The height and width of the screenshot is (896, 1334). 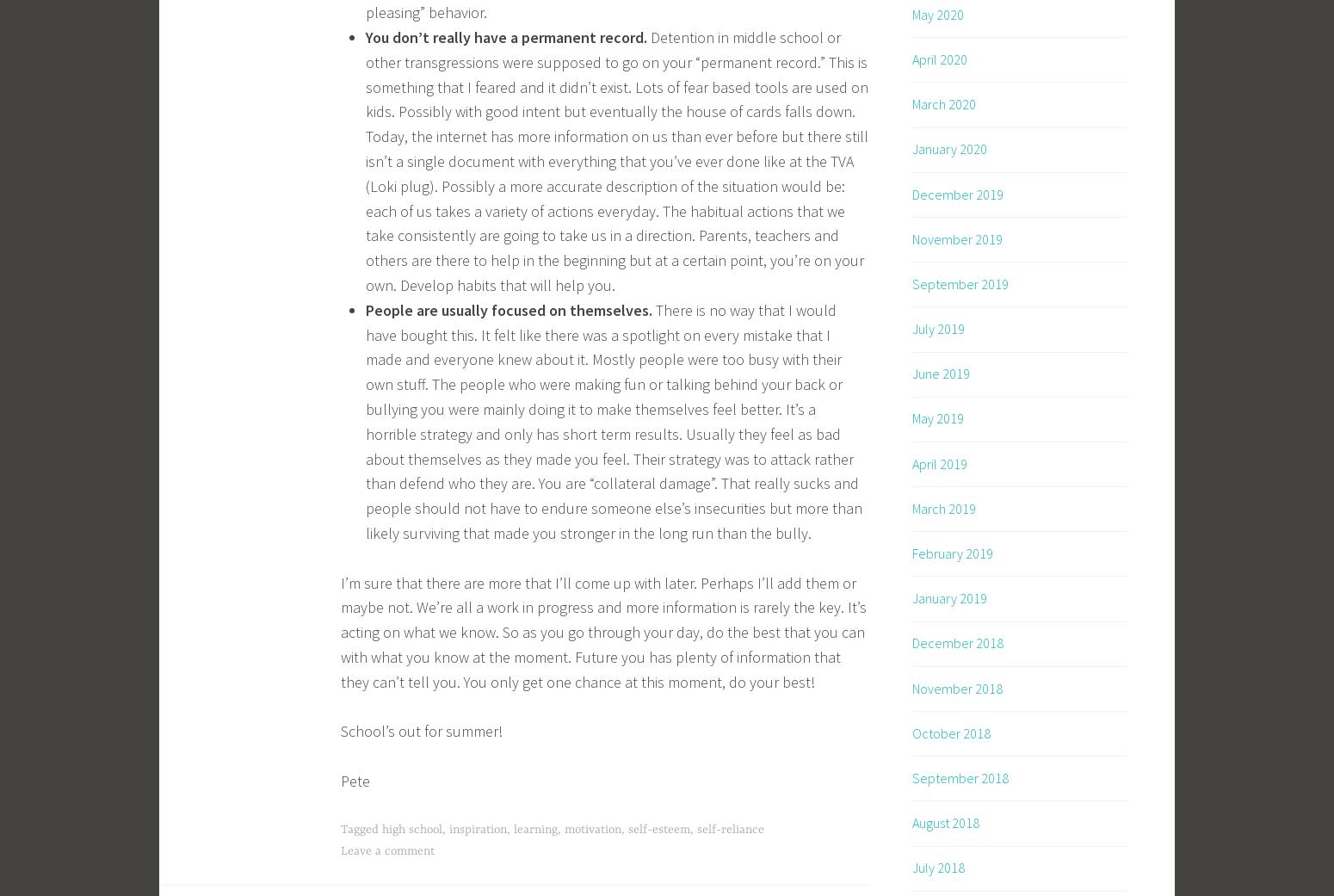 What do you see at coordinates (948, 596) in the screenshot?
I see `'January 2019'` at bounding box center [948, 596].